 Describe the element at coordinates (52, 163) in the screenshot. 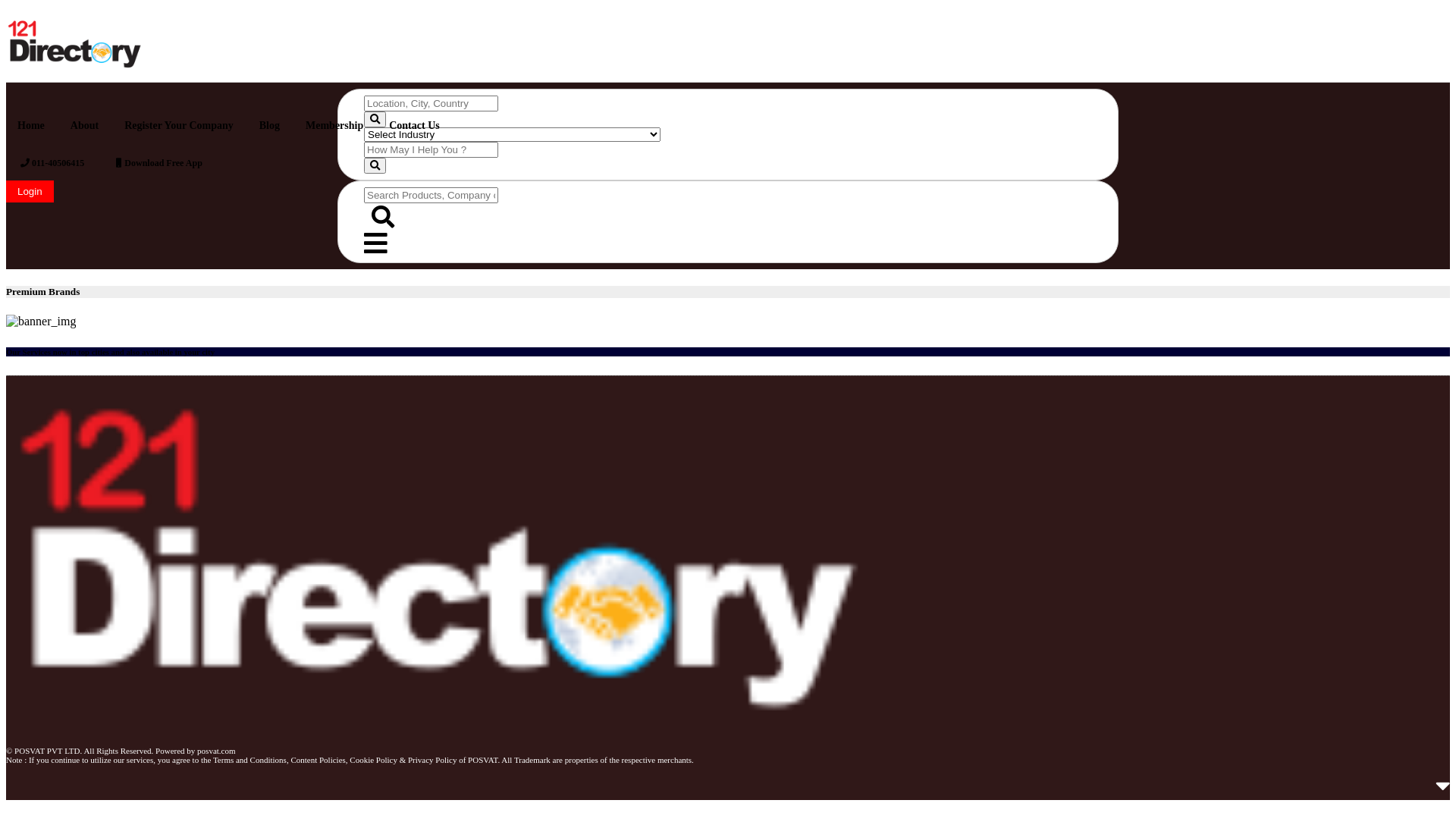

I see `'011-40506415'` at that location.